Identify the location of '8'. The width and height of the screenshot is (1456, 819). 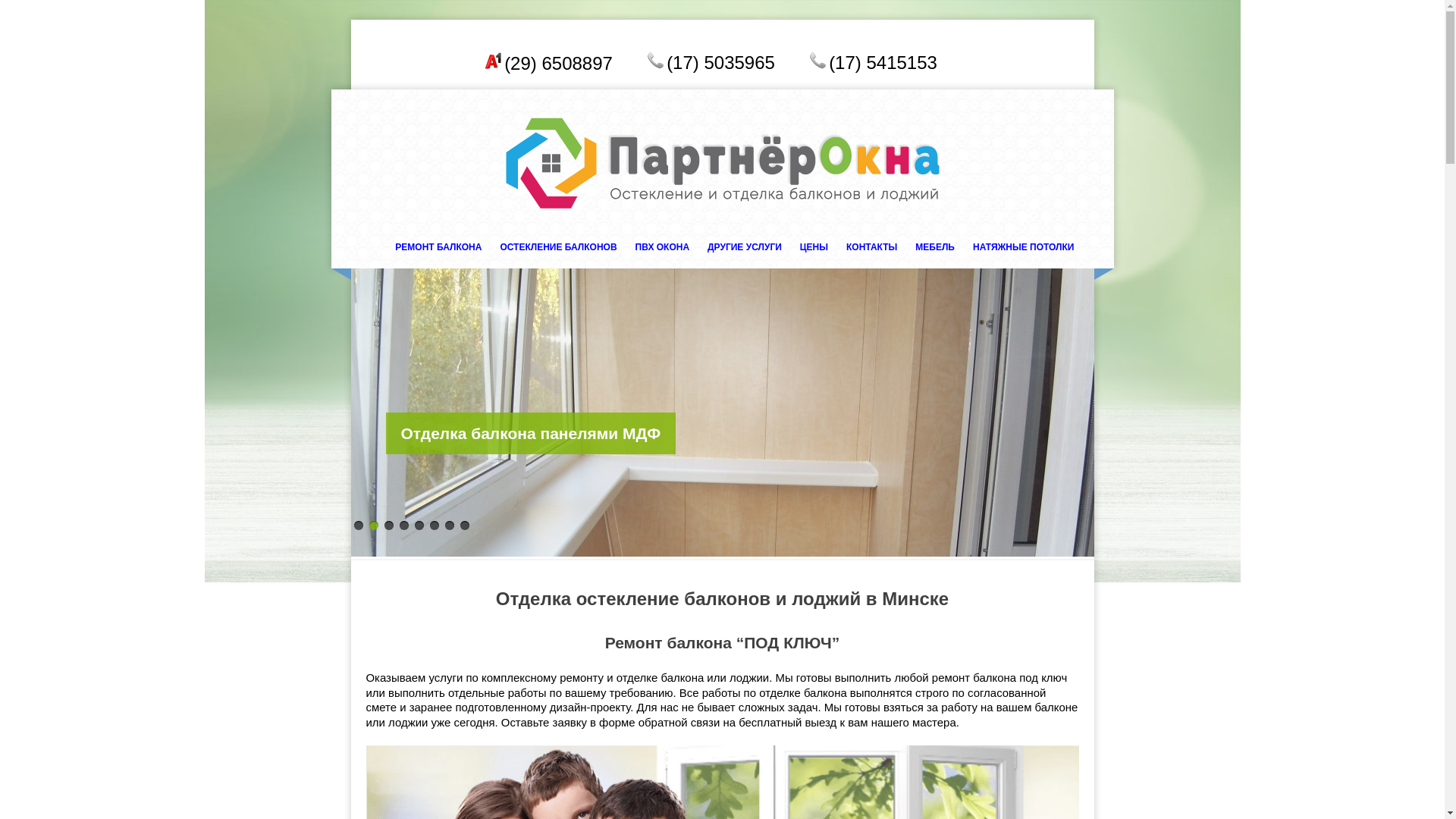
(463, 525).